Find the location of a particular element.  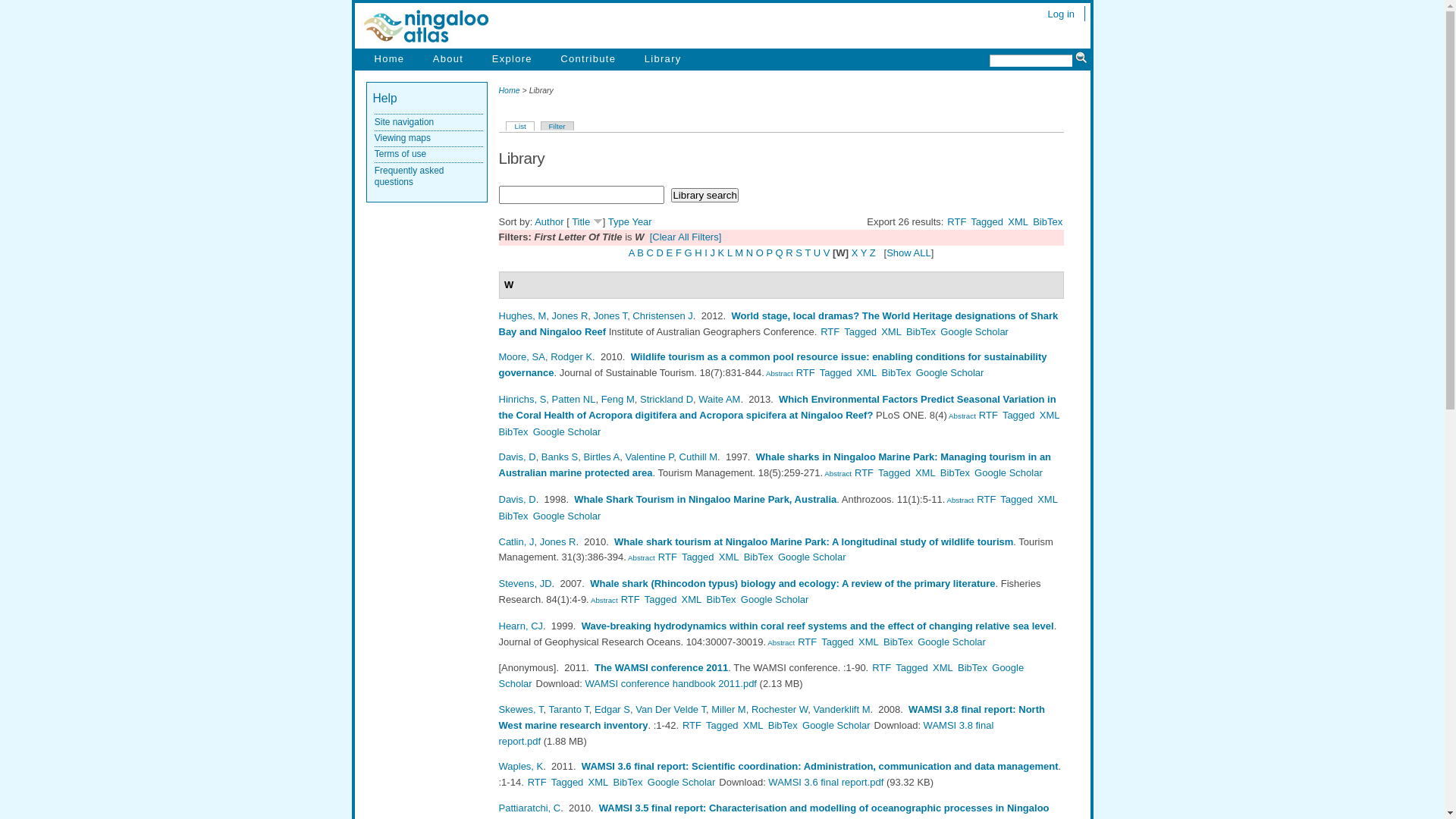

'V' is located at coordinates (826, 252).